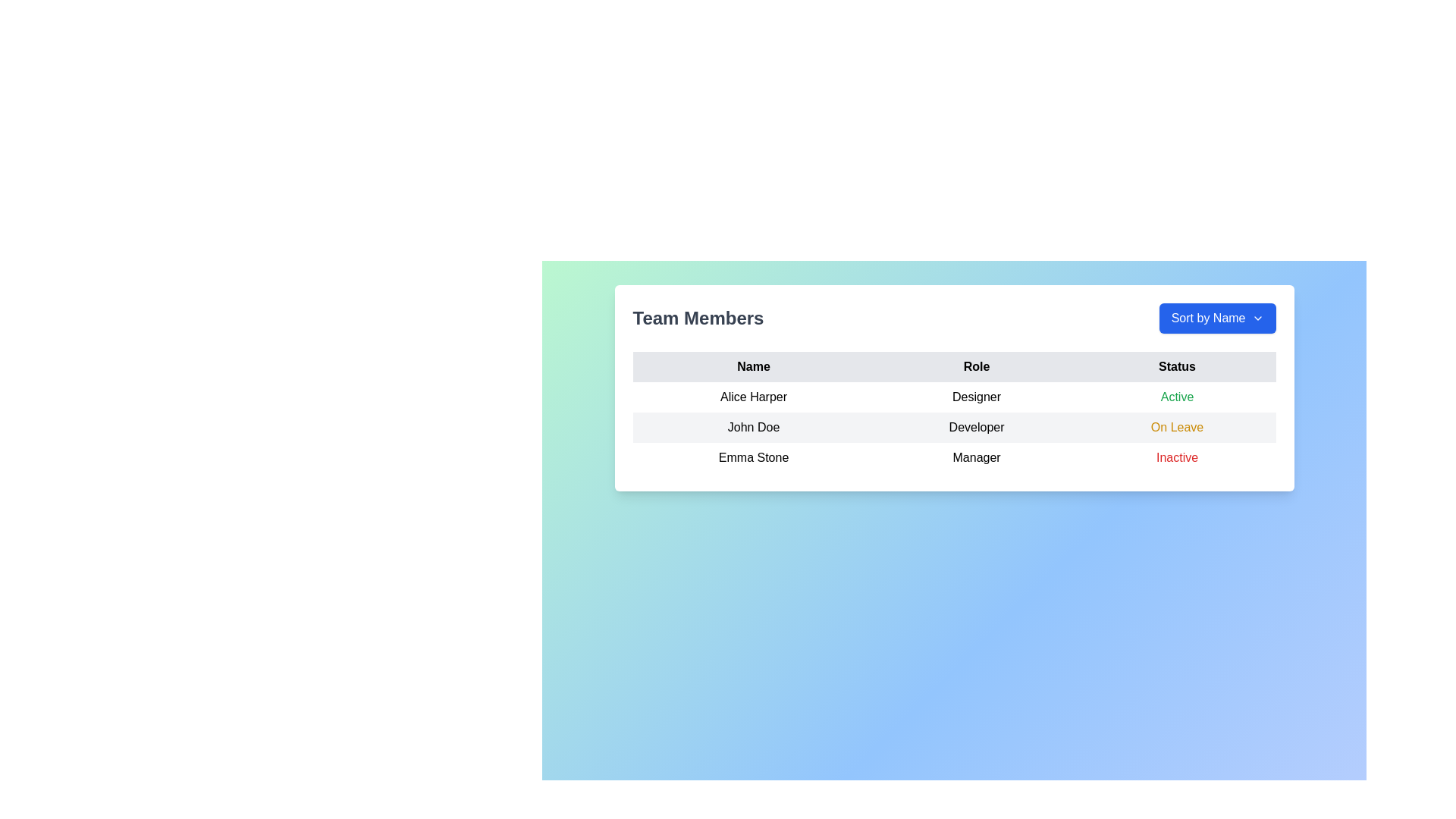  I want to click on text label indicating the job role 'Developer' for the table entry corresponding to 'John Doe', so click(977, 427).